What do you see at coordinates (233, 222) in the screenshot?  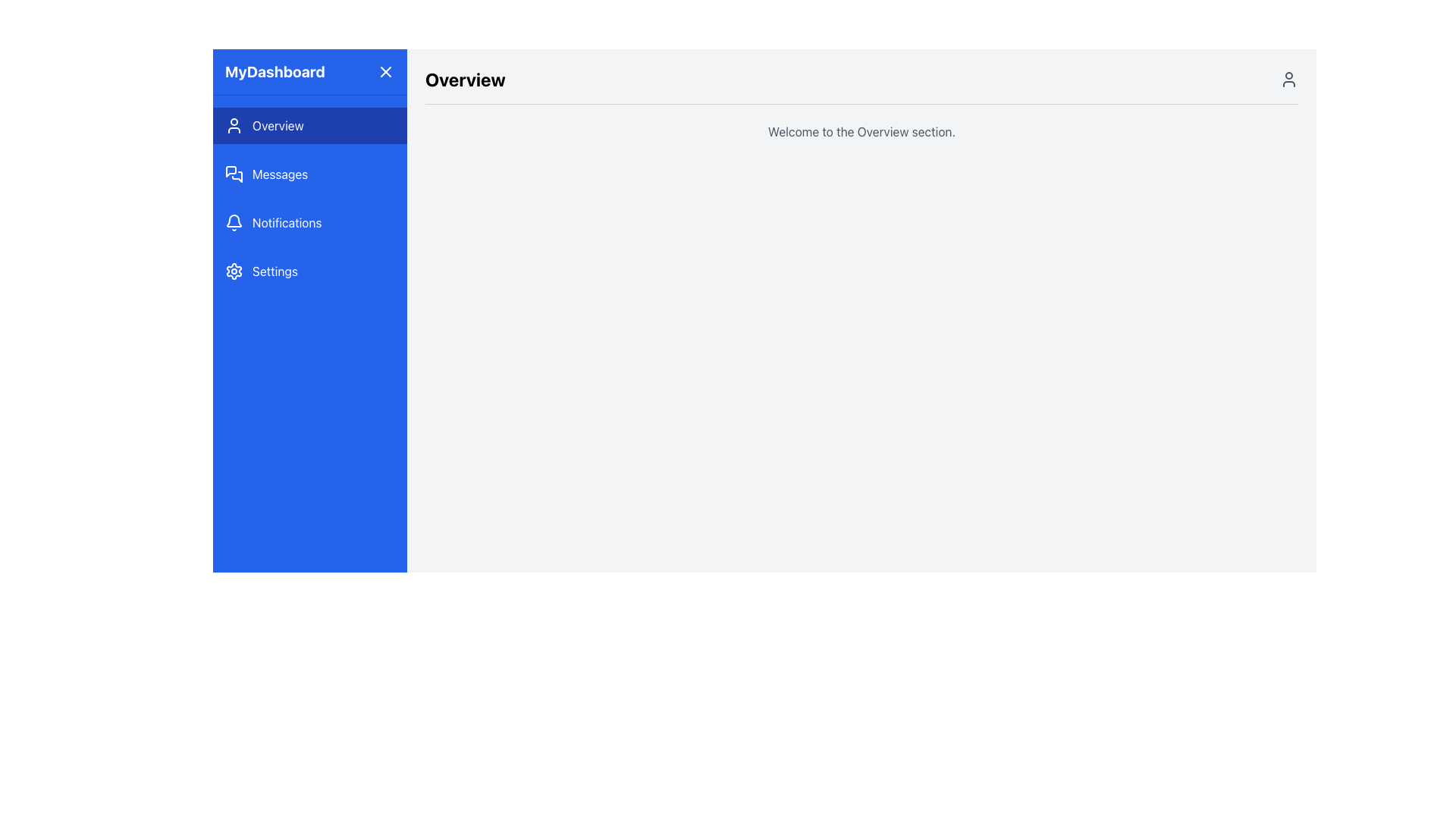 I see `the bell-shaped icon next to the 'Notifications' text in the blue sidebar on the left side of the interface` at bounding box center [233, 222].